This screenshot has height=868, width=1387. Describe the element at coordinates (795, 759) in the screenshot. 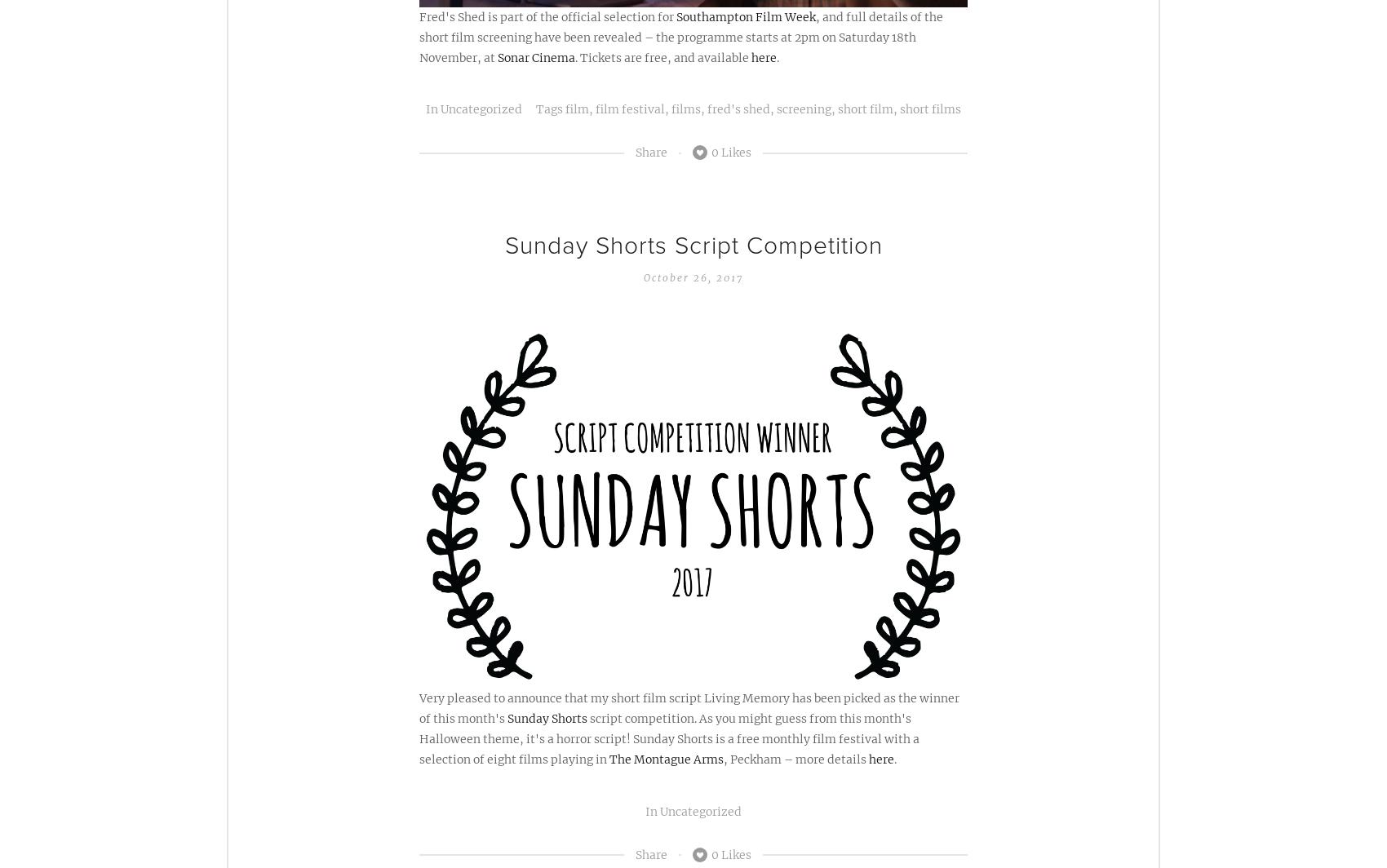

I see `', Peckham – more details'` at that location.